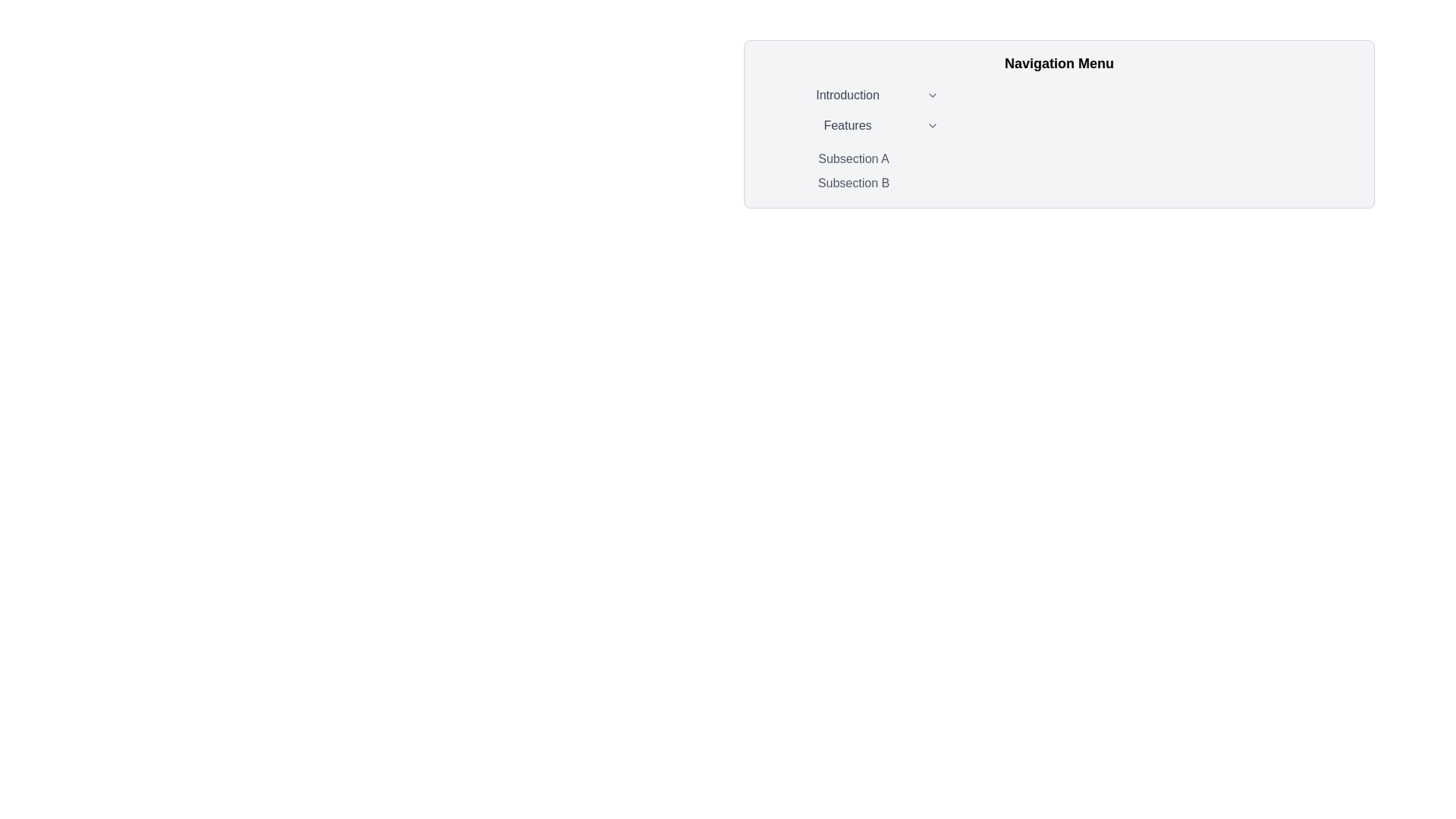 The height and width of the screenshot is (819, 1456). I want to click on the icon to the right of the 'Features' label in the navigation menu, so click(931, 124).